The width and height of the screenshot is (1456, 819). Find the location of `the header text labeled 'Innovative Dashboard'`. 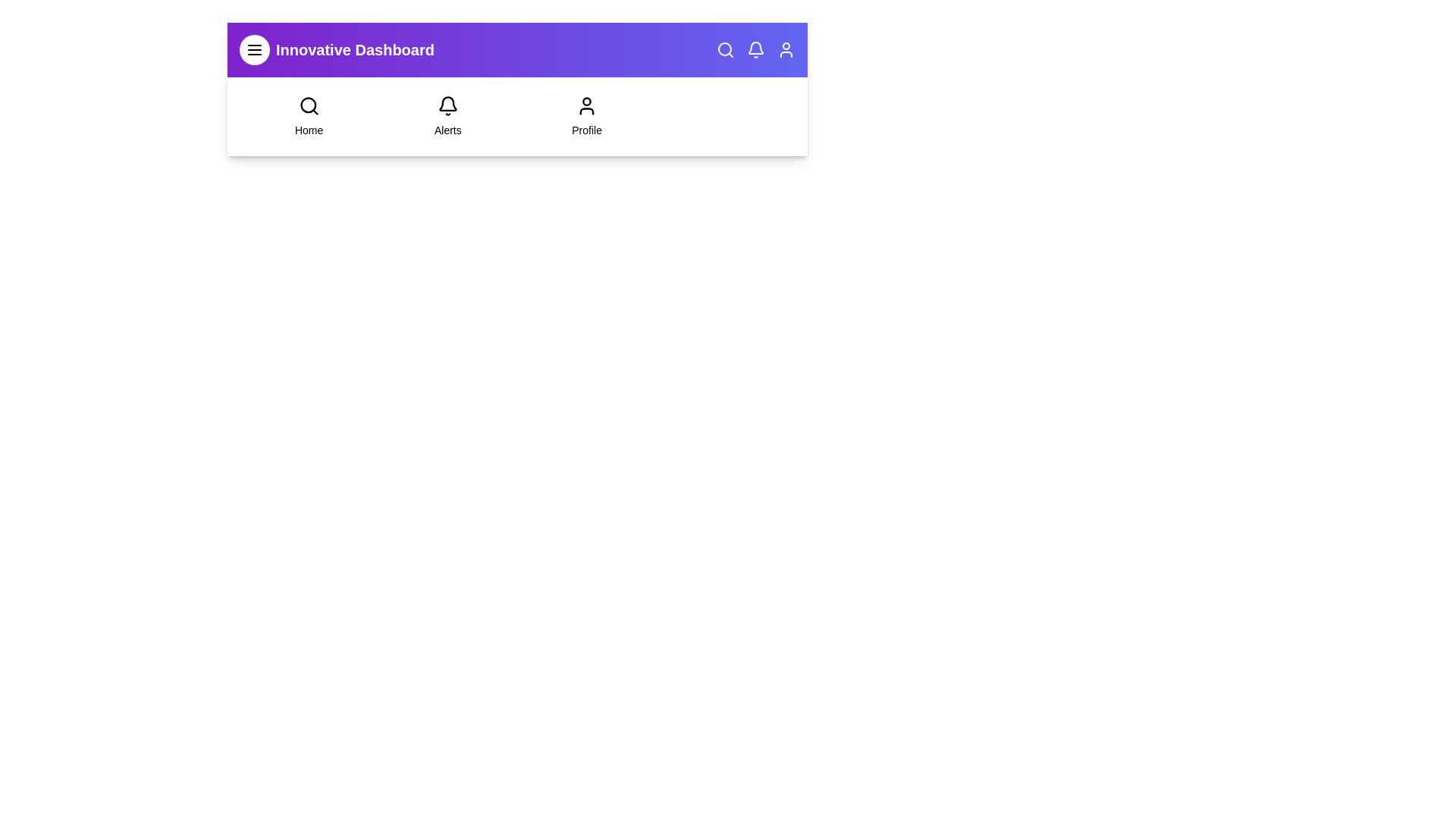

the header text labeled 'Innovative Dashboard' is located at coordinates (353, 49).